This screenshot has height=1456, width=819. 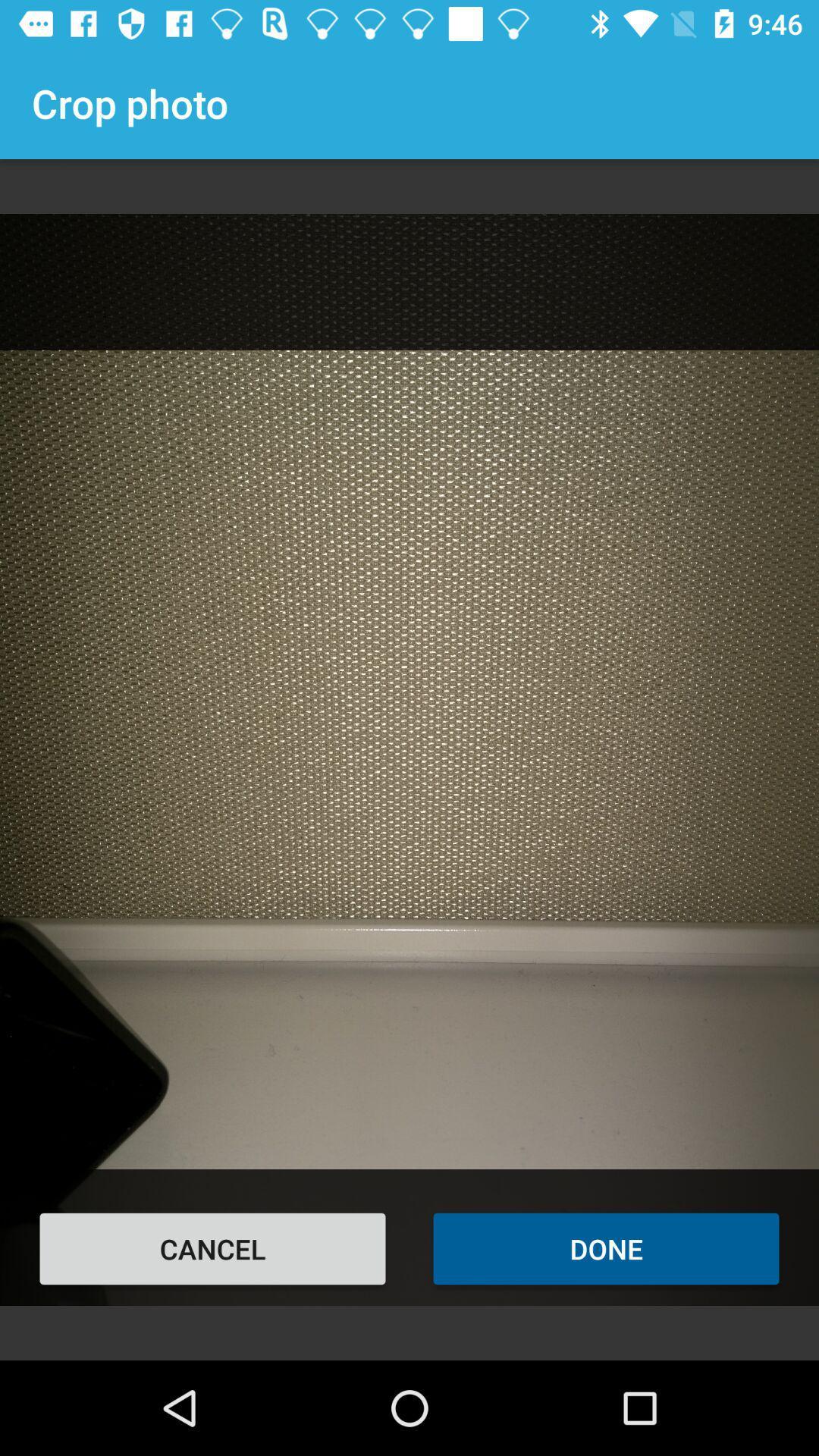 I want to click on done icon, so click(x=605, y=1248).